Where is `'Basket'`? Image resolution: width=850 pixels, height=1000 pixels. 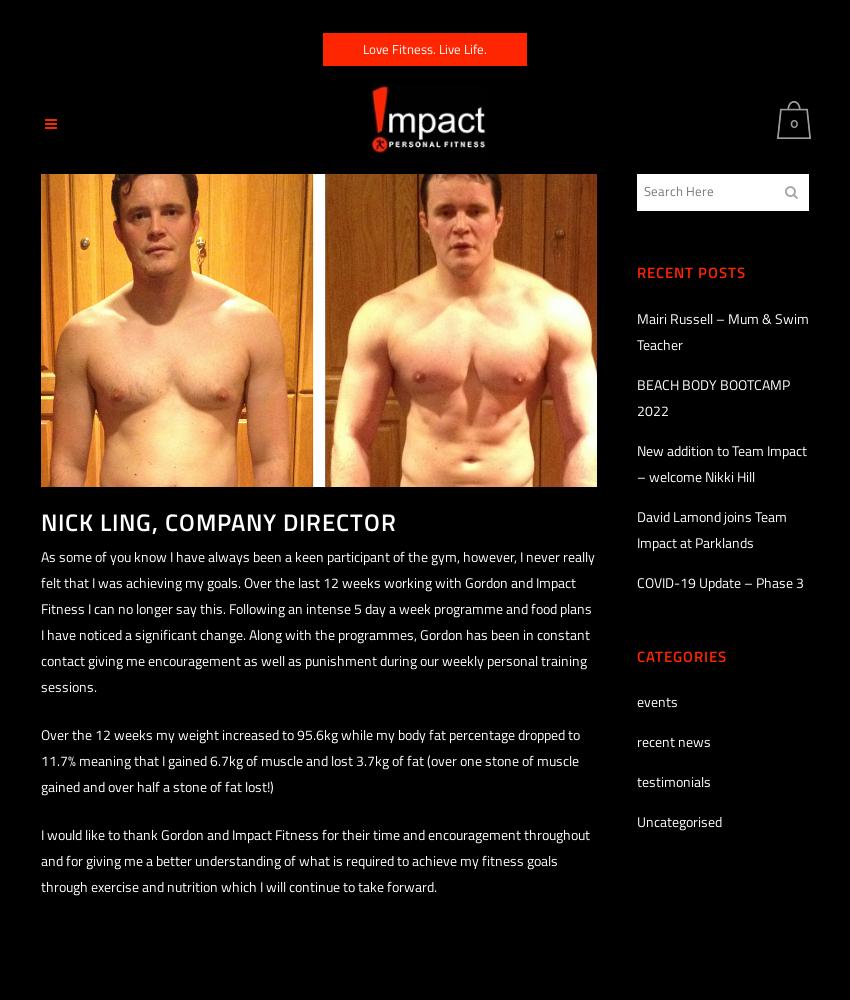
'Basket' is located at coordinates (622, 256).